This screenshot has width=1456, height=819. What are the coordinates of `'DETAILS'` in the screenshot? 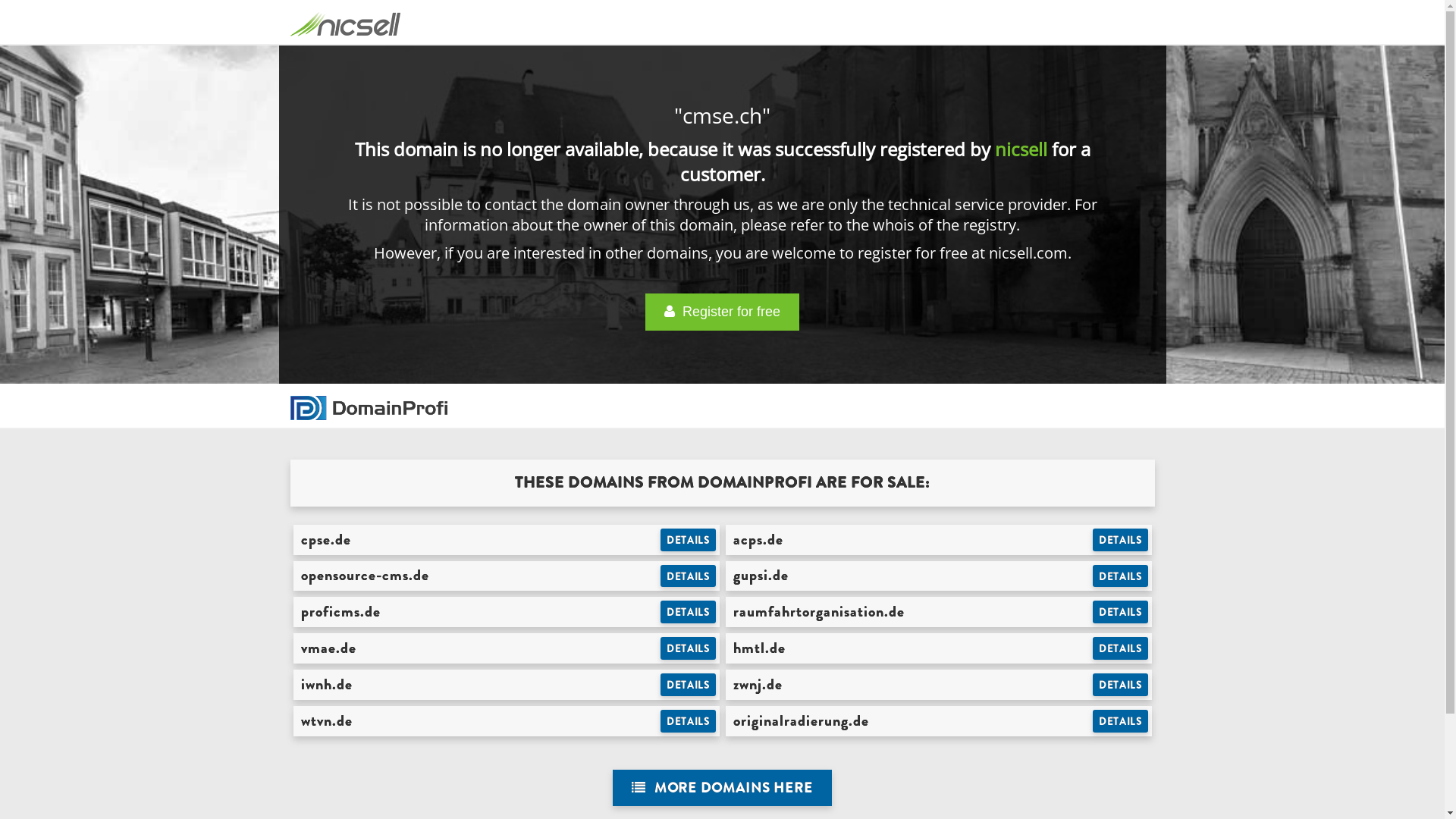 It's located at (687, 648).